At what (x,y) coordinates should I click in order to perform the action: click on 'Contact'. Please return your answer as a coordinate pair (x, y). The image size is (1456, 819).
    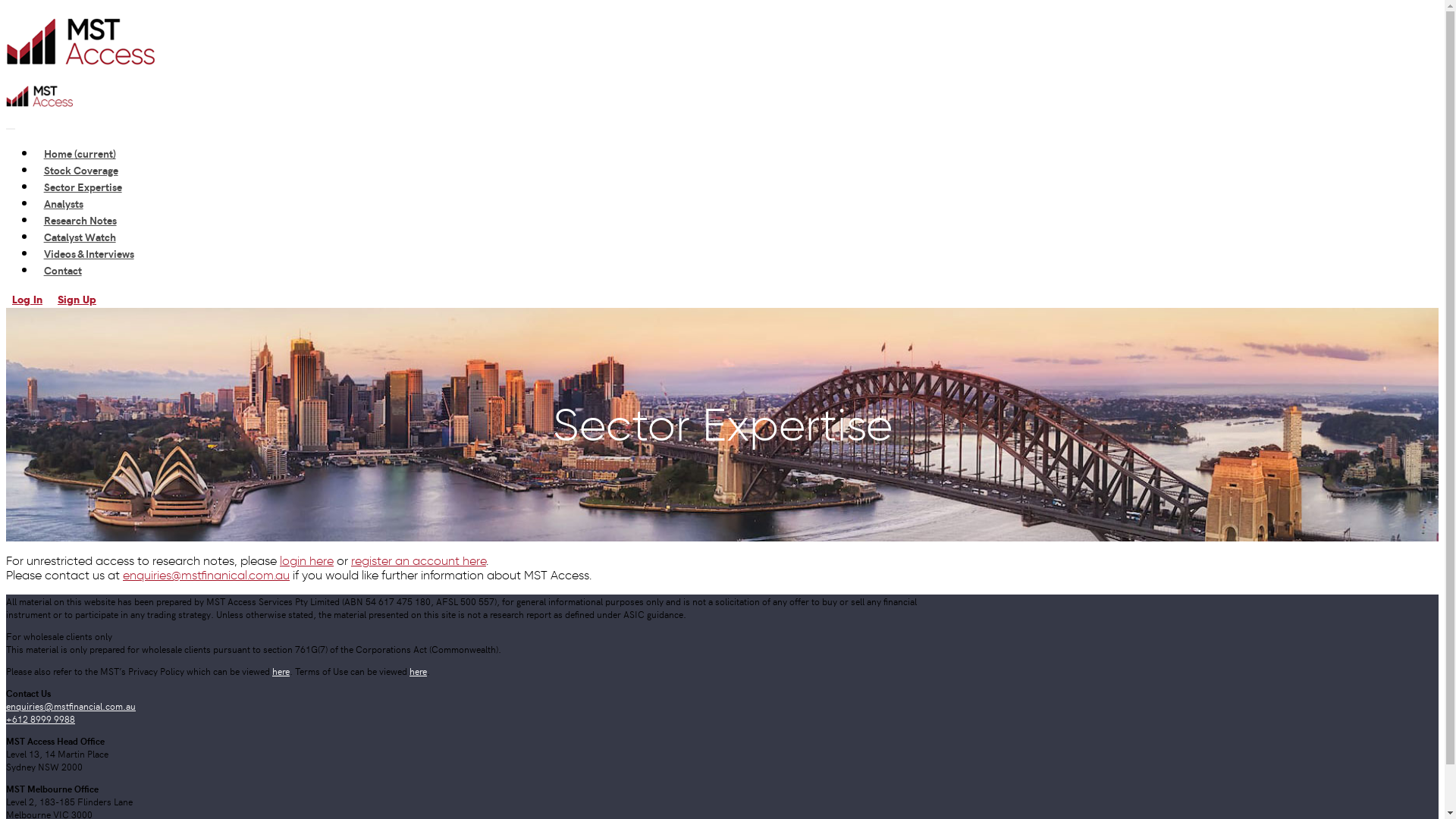
    Looking at the image, I should click on (61, 268).